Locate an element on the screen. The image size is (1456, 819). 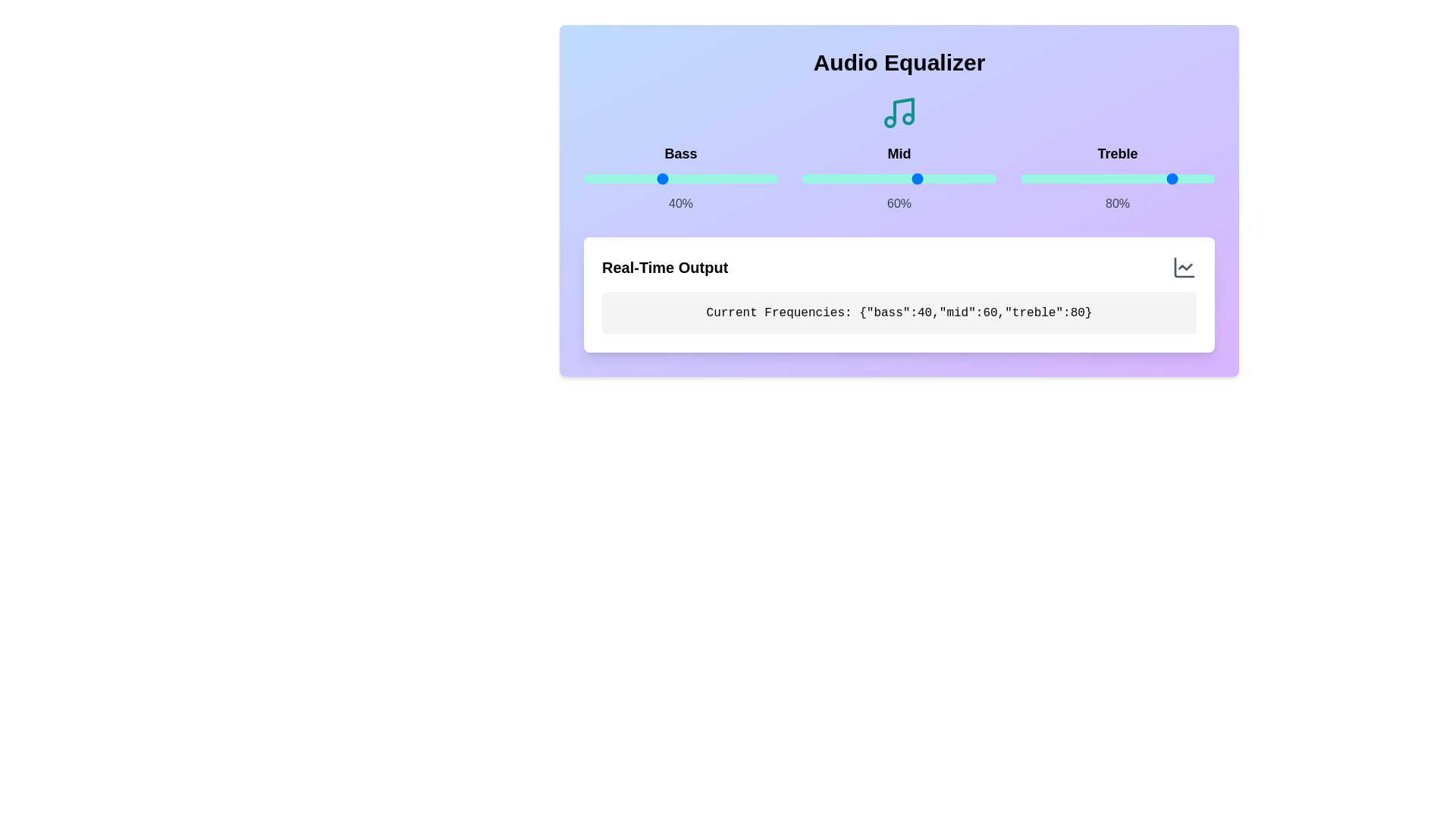
the '80%' percentage text in the Treble adjustment section of the audio equalizer interface is located at coordinates (1117, 177).